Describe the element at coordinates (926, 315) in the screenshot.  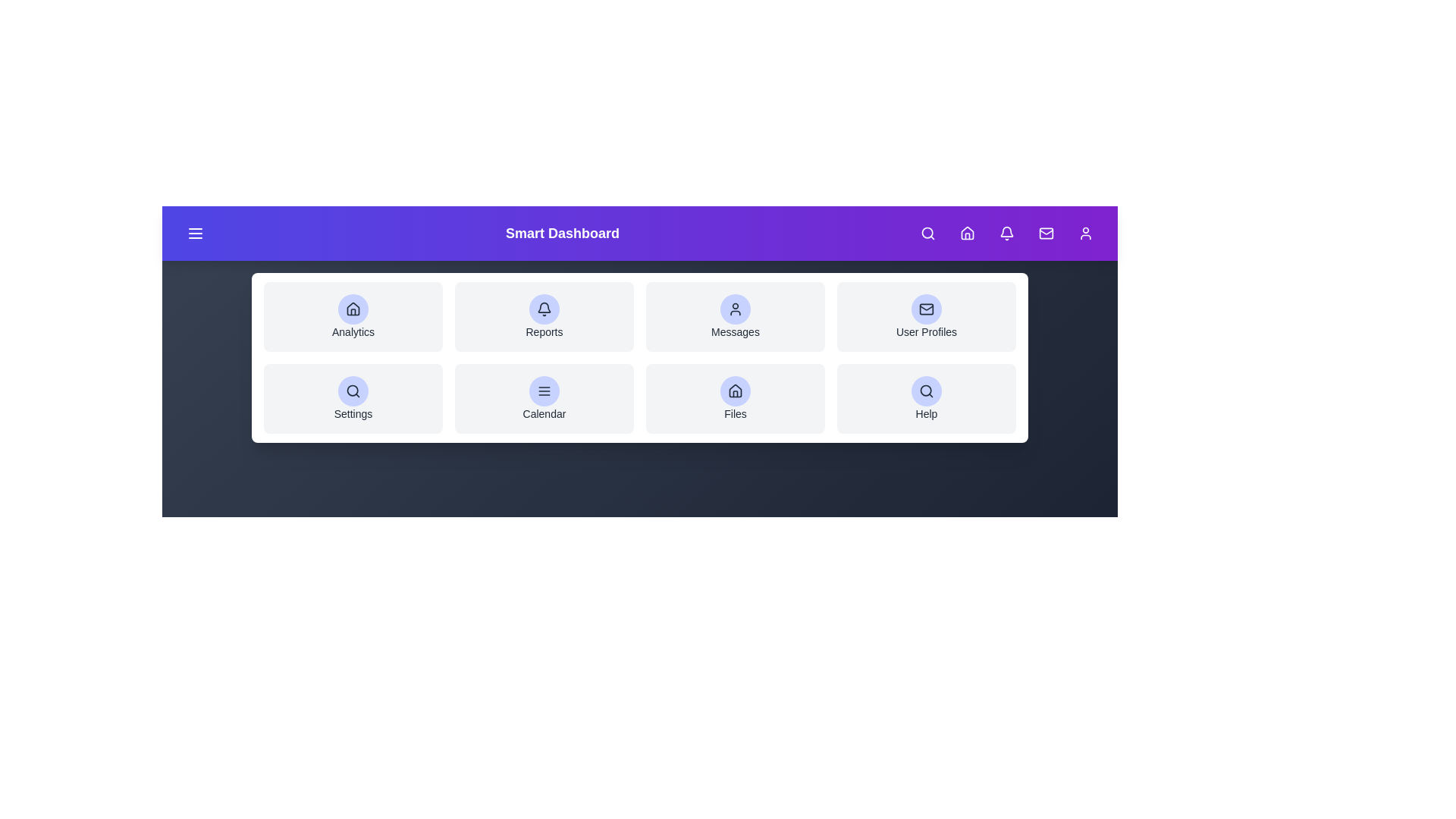
I see `the element labeled User Profiles to observe its hover effect` at that location.